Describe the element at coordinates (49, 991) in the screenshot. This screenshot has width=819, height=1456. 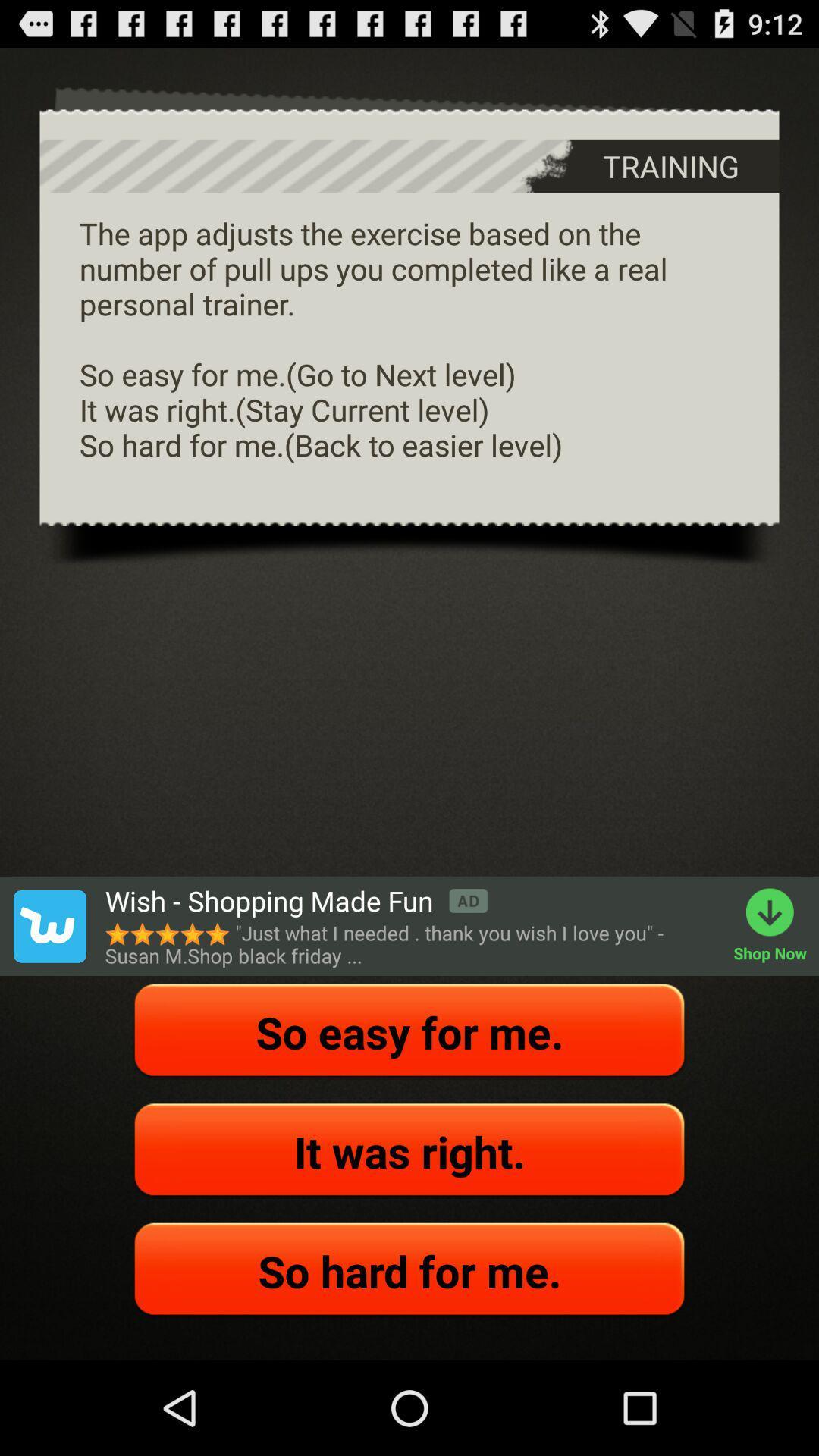
I see `the twitter icon` at that location.